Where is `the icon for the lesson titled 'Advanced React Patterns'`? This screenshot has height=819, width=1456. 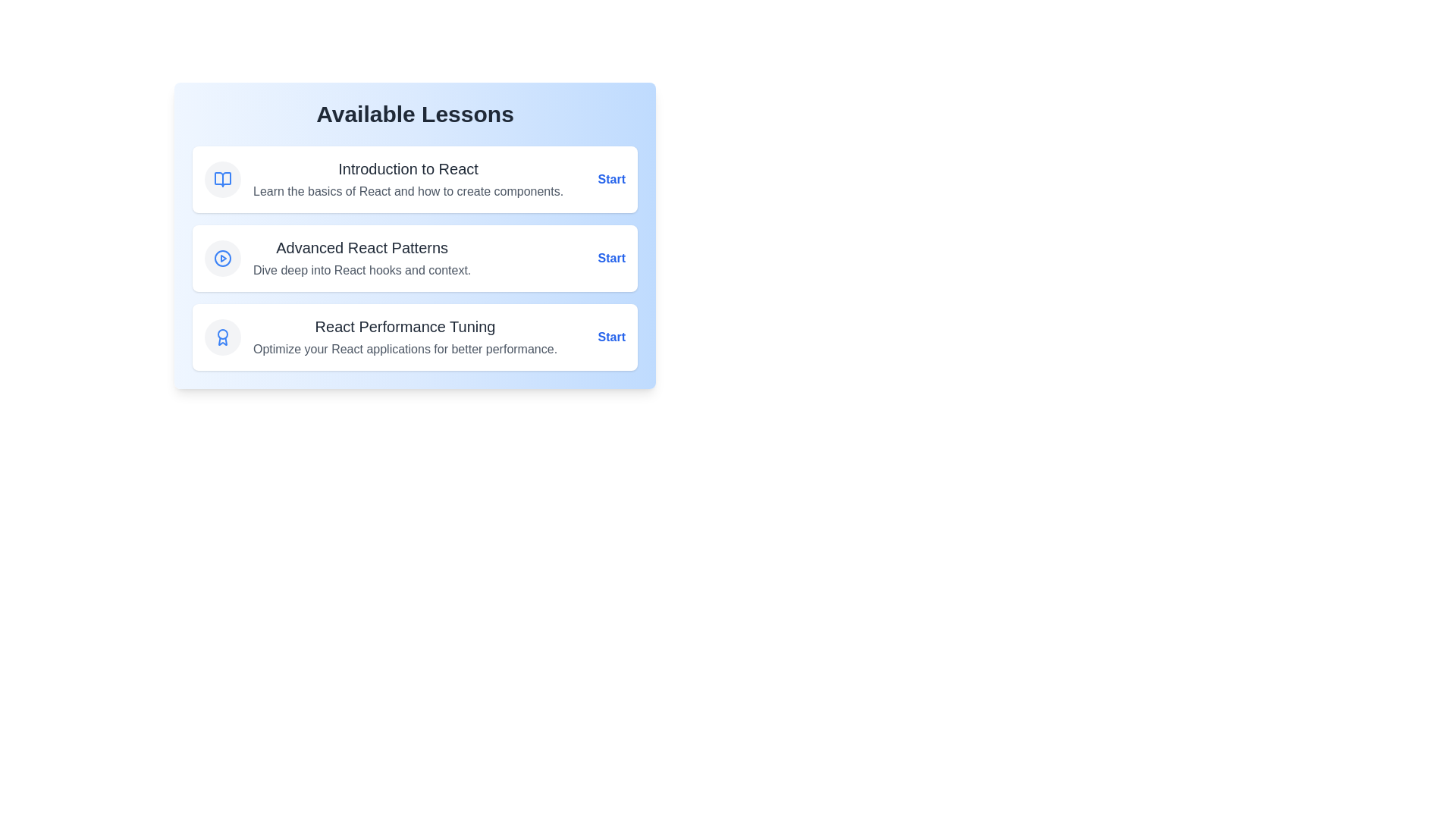
the icon for the lesson titled 'Advanced React Patterns' is located at coordinates (221, 257).